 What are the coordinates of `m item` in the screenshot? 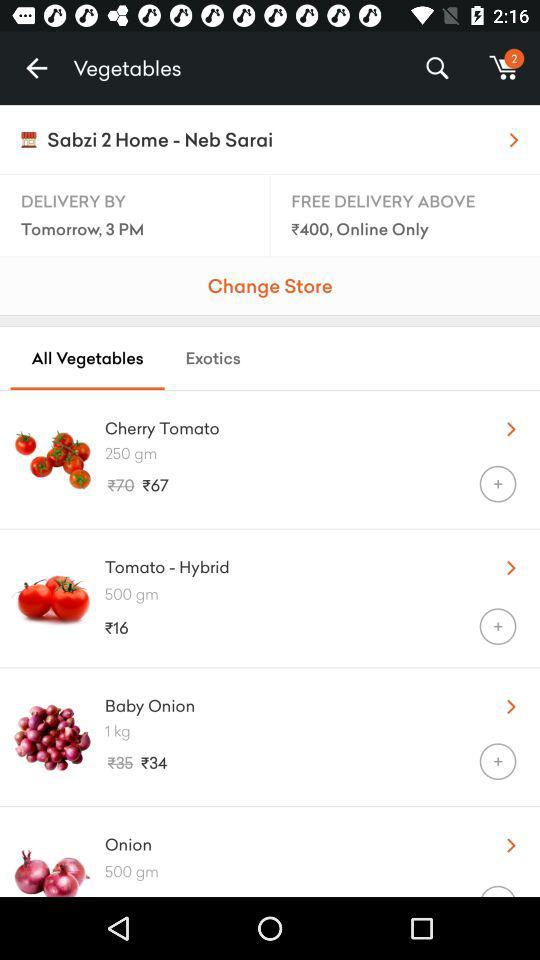 It's located at (503, 68).